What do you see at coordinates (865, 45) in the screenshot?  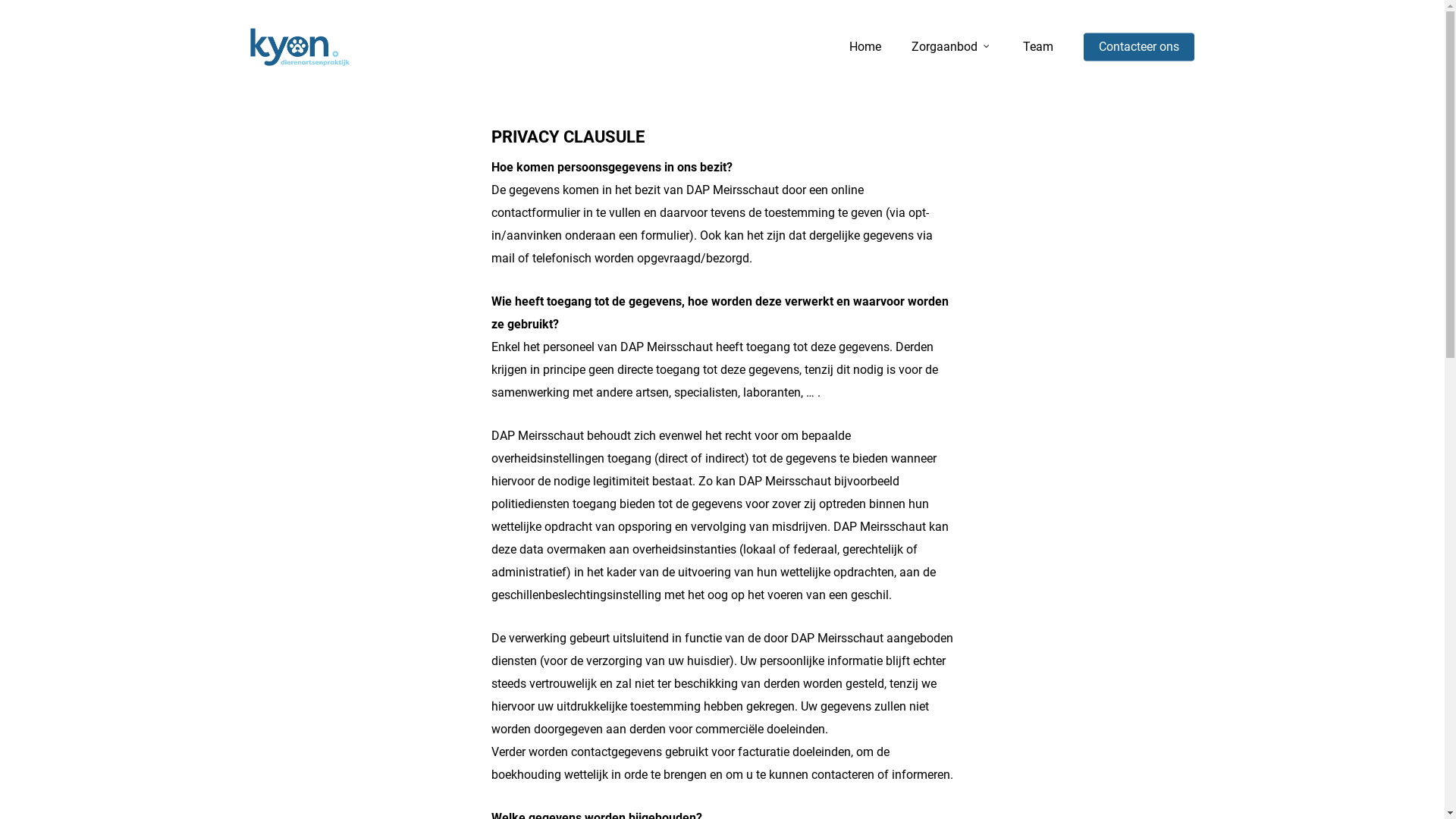 I see `'Home'` at bounding box center [865, 45].